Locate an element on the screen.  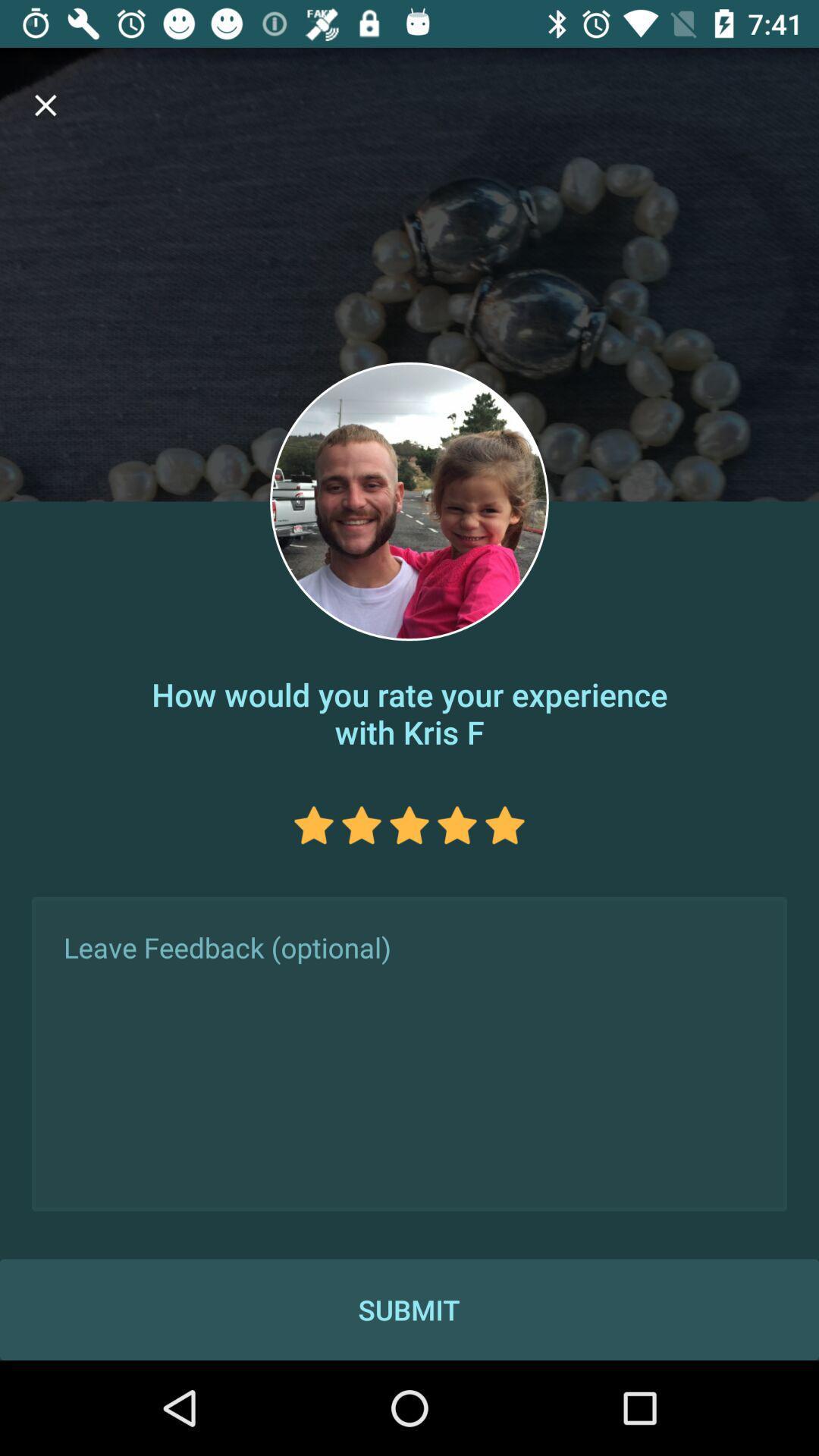
leave feedback field is located at coordinates (409, 1053).